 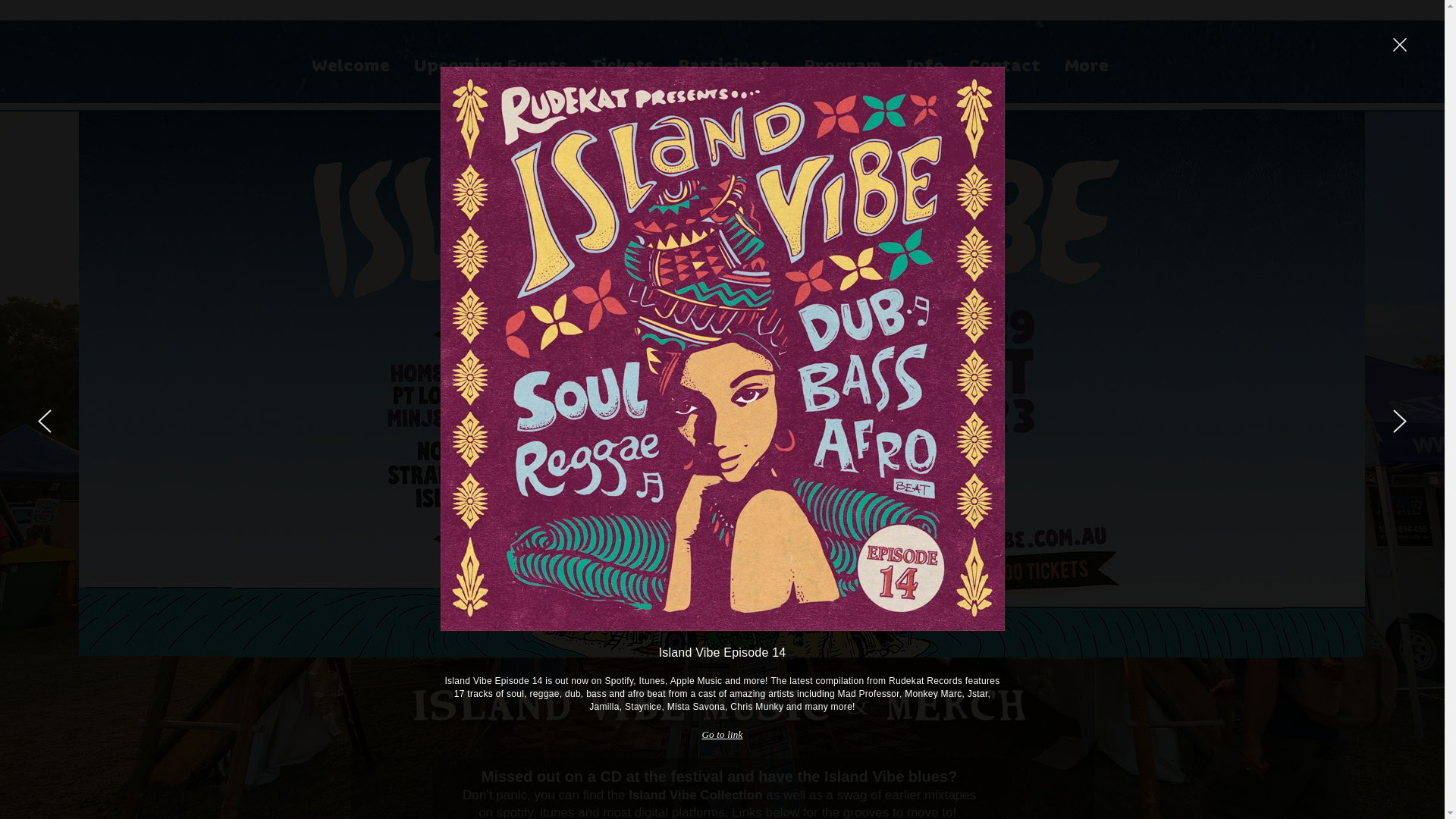 What do you see at coordinates (1003, 64) in the screenshot?
I see `'Contact'` at bounding box center [1003, 64].